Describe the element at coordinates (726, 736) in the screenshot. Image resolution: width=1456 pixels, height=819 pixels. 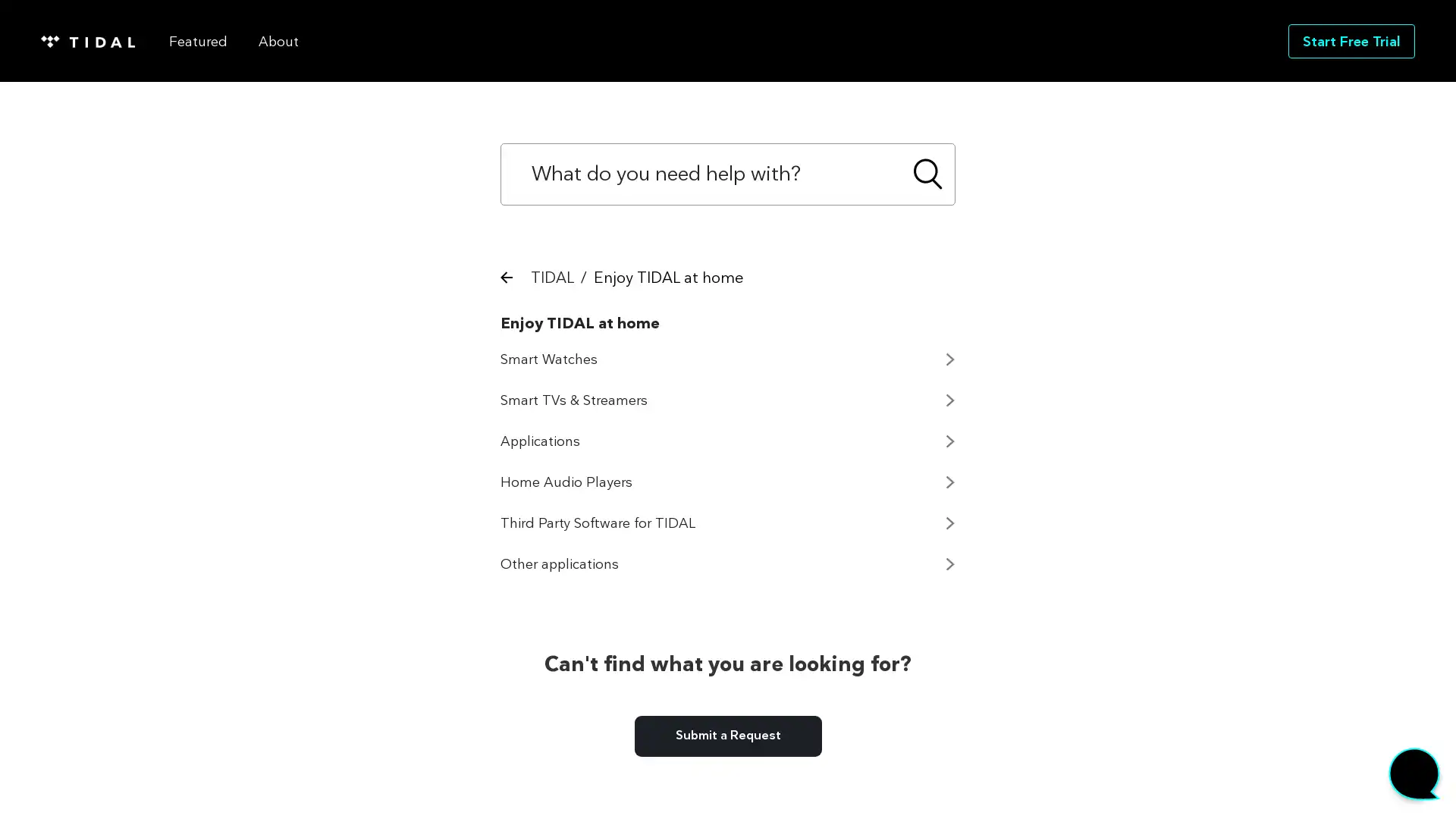
I see `Submit a Request` at that location.